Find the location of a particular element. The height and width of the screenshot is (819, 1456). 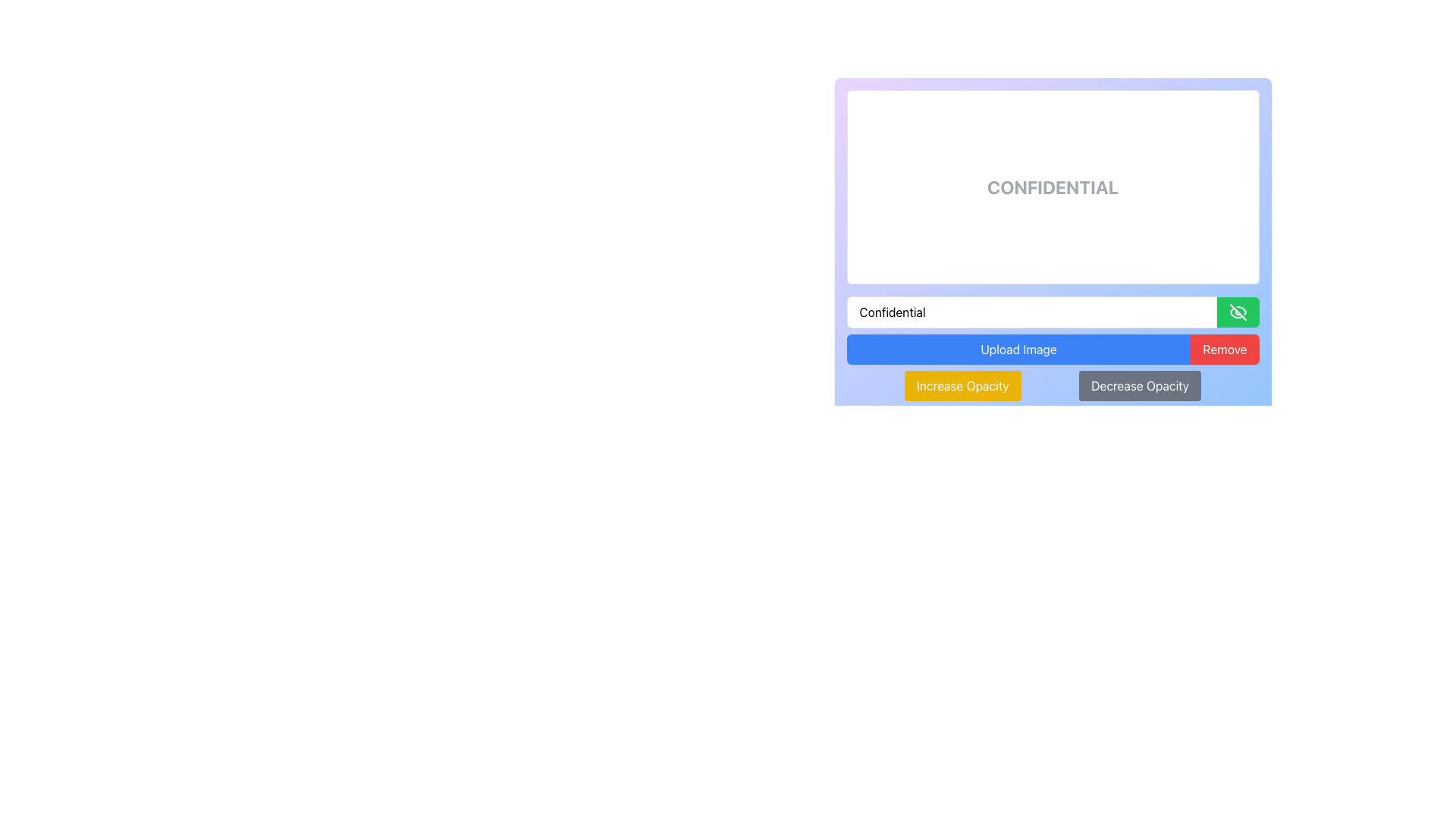

the 'Increase Opacity' button, which has a yellow background, rounded borders, and displays the text in white font is located at coordinates (962, 385).